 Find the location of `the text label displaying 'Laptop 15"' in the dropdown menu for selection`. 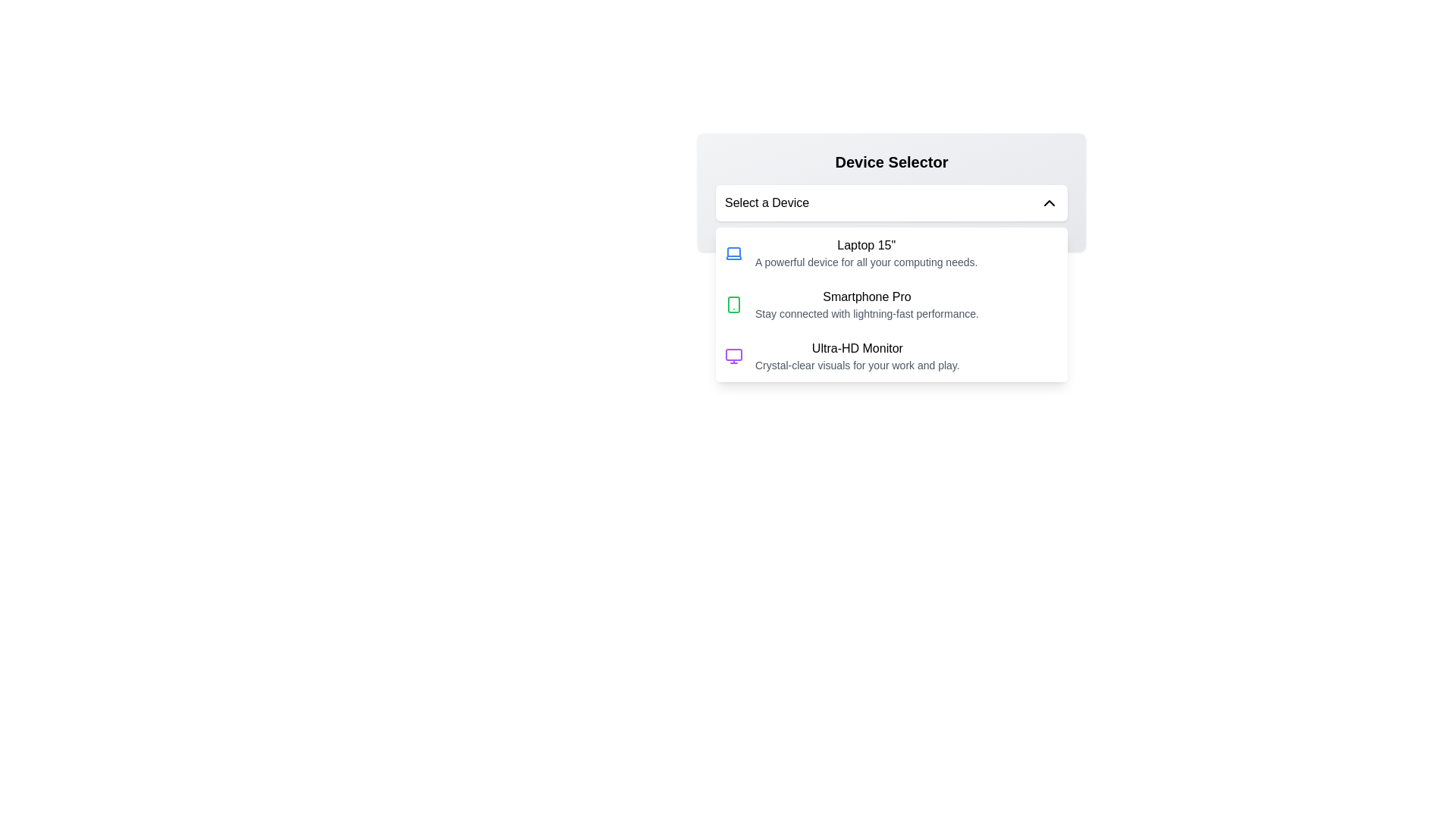

the text label displaying 'Laptop 15"' in the dropdown menu for selection is located at coordinates (866, 245).